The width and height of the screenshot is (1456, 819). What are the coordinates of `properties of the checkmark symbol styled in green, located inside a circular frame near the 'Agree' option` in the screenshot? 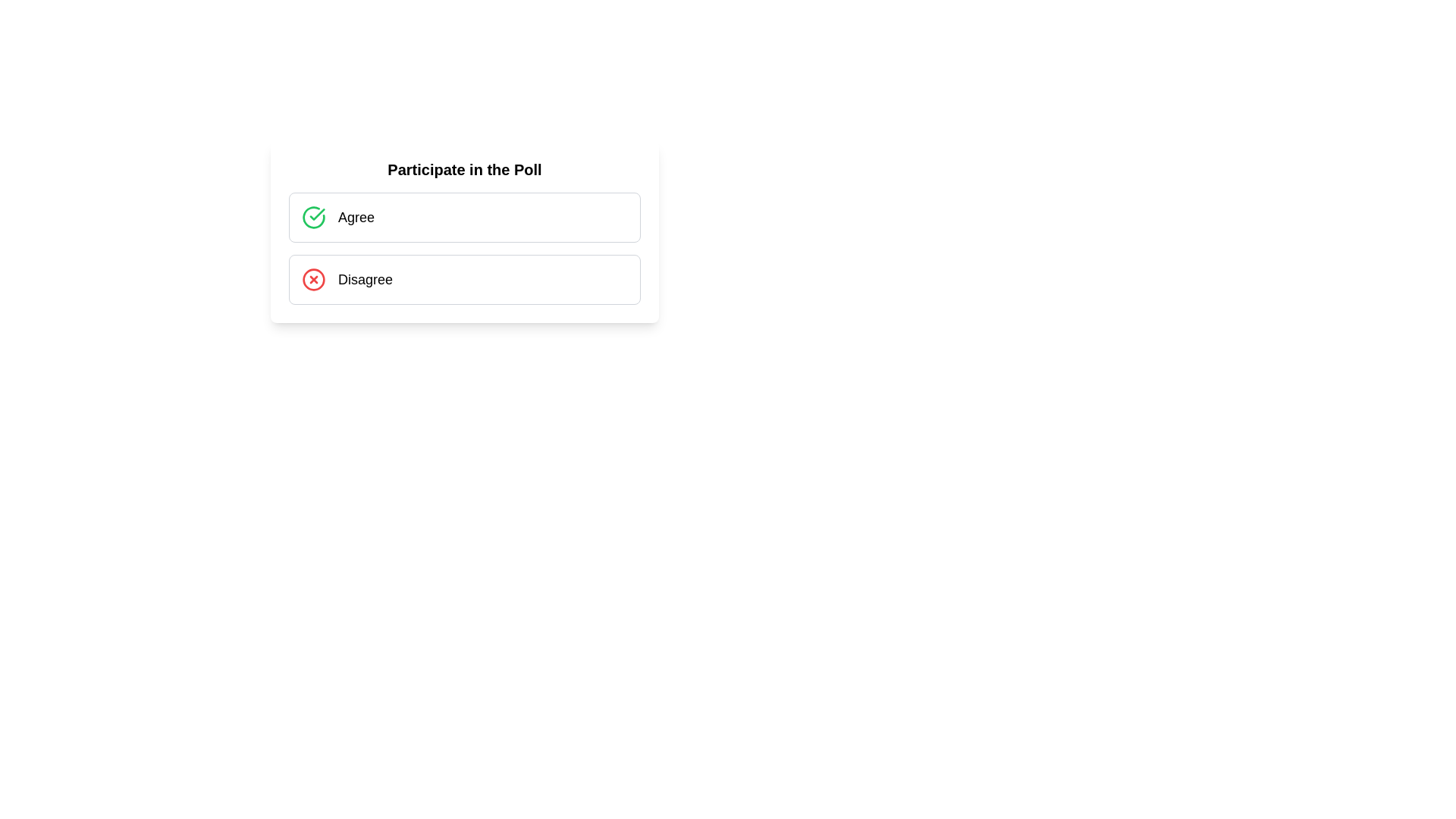 It's located at (316, 214).